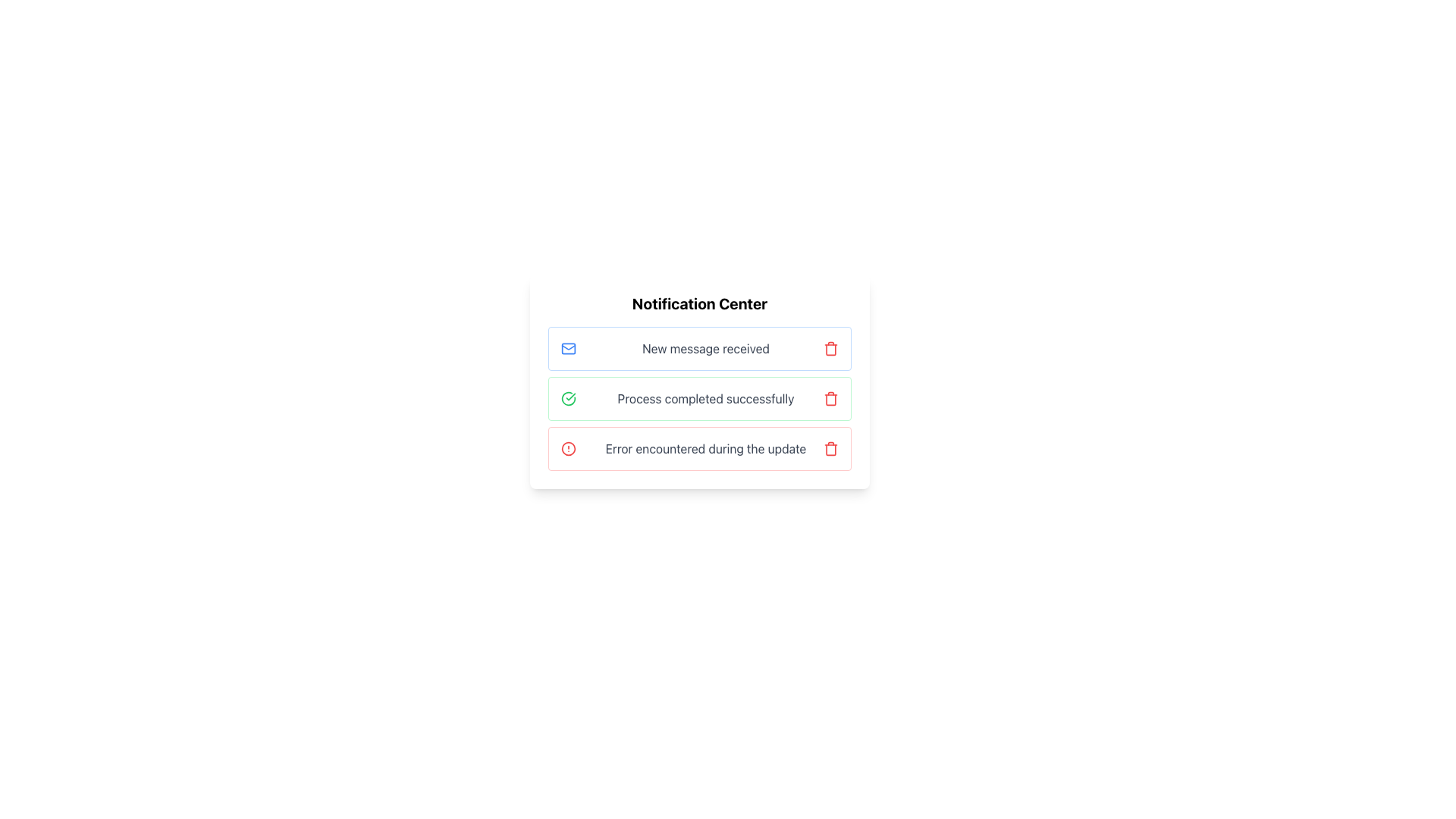 This screenshot has height=819, width=1456. What do you see at coordinates (705, 348) in the screenshot?
I see `the text label that says 'New message received', which is centrally located within the first notification item in the notification center` at bounding box center [705, 348].